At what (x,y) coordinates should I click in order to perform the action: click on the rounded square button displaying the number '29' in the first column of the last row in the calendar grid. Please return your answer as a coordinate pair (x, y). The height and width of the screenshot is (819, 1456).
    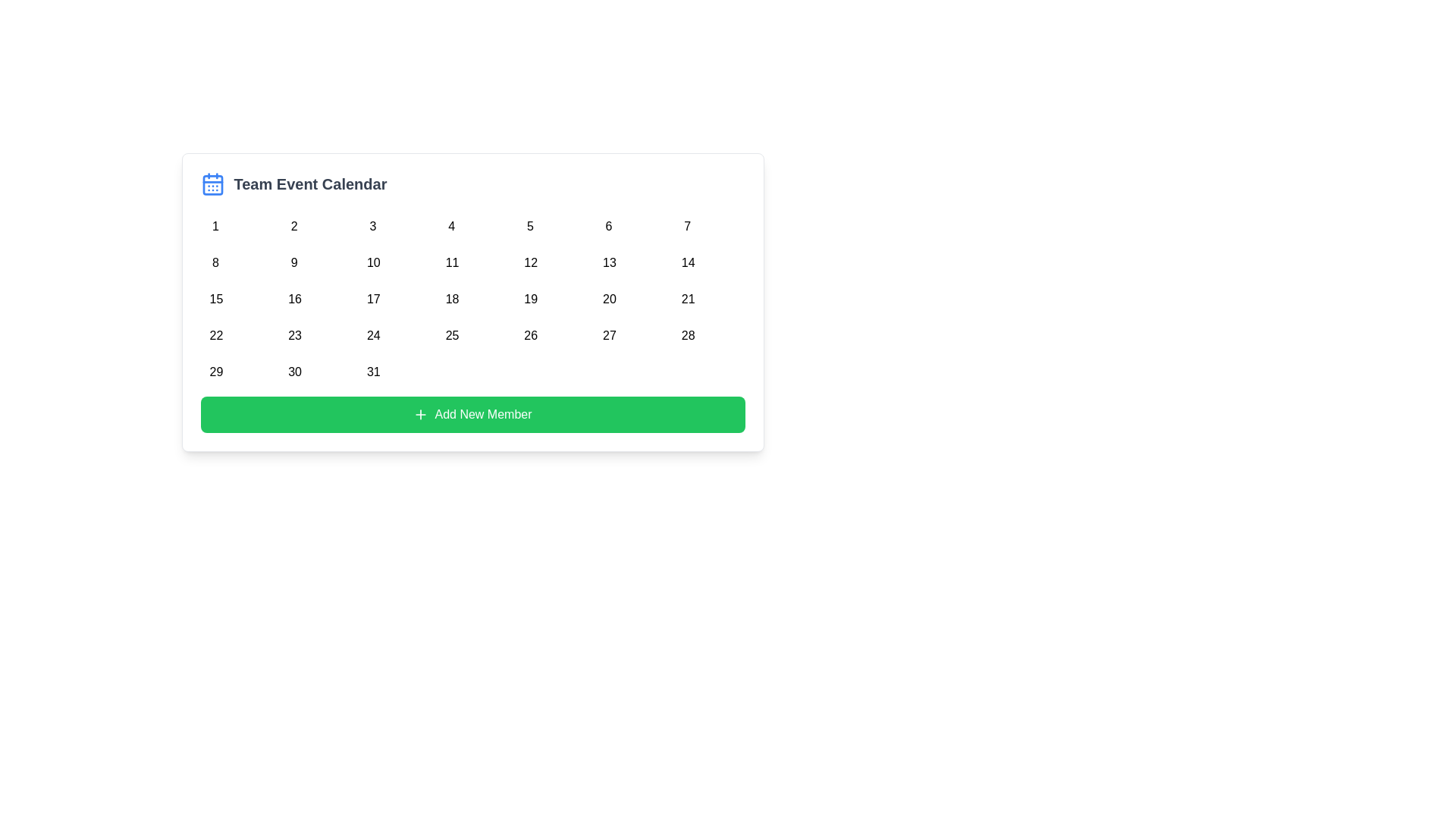
    Looking at the image, I should click on (215, 369).